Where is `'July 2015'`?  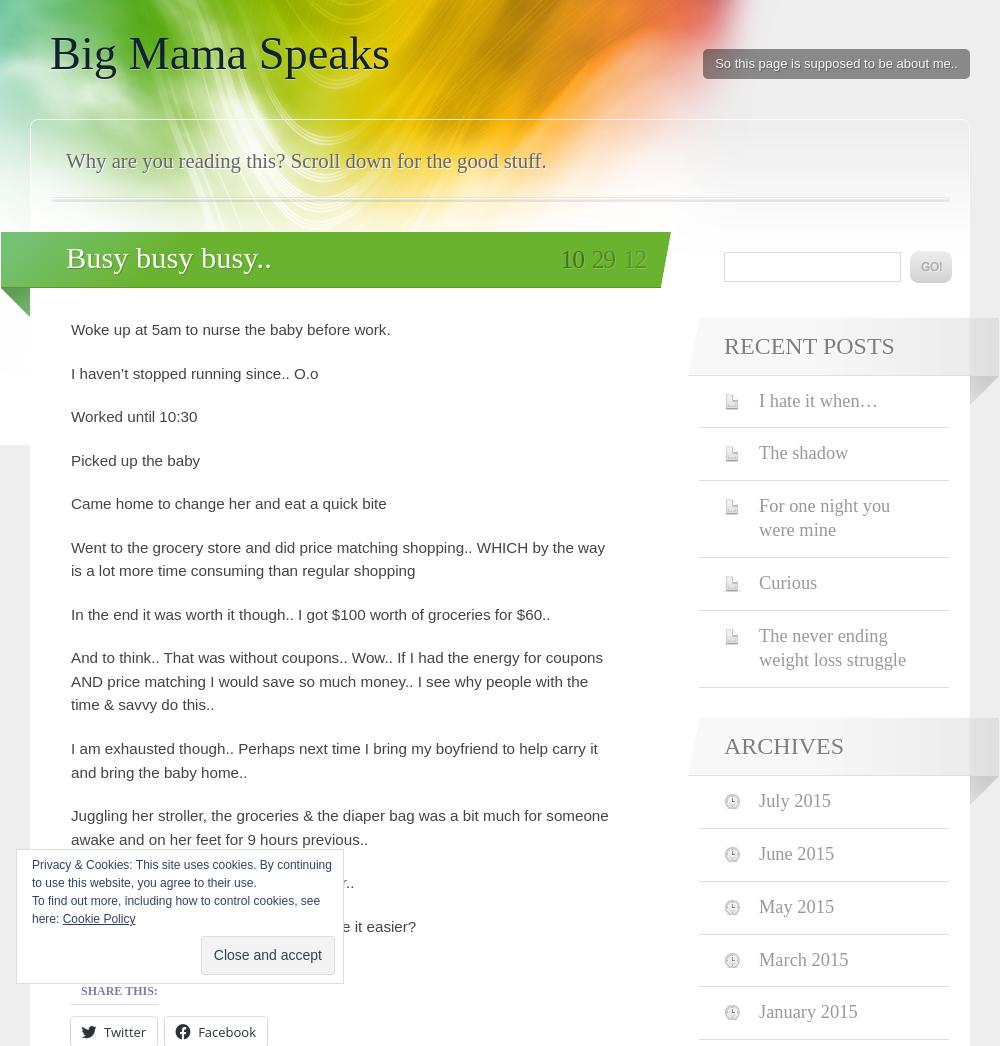 'July 2015' is located at coordinates (795, 799).